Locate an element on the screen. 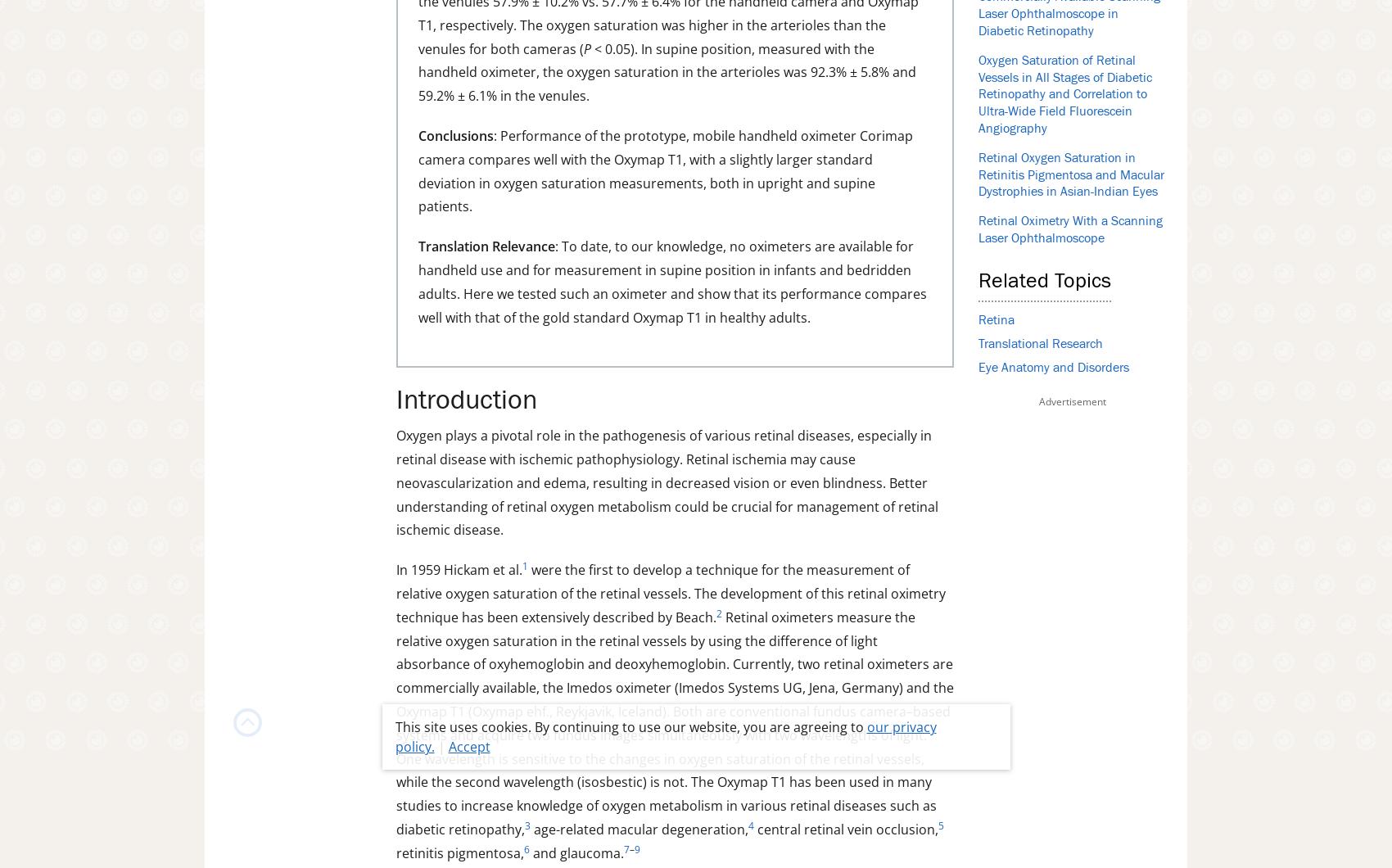  'Oxygen plays a pivotal role in the pathogenesis of various retinal diseases, especially in retinal disease with ischemic pathophysiology. Retinal ischemia may cause neovascularization and edema, resulting in decreased vision or even blindness. Better understanding of retinal oxygen metabolism could be crucial for management of retinal ischemic disease.' is located at coordinates (666, 482).